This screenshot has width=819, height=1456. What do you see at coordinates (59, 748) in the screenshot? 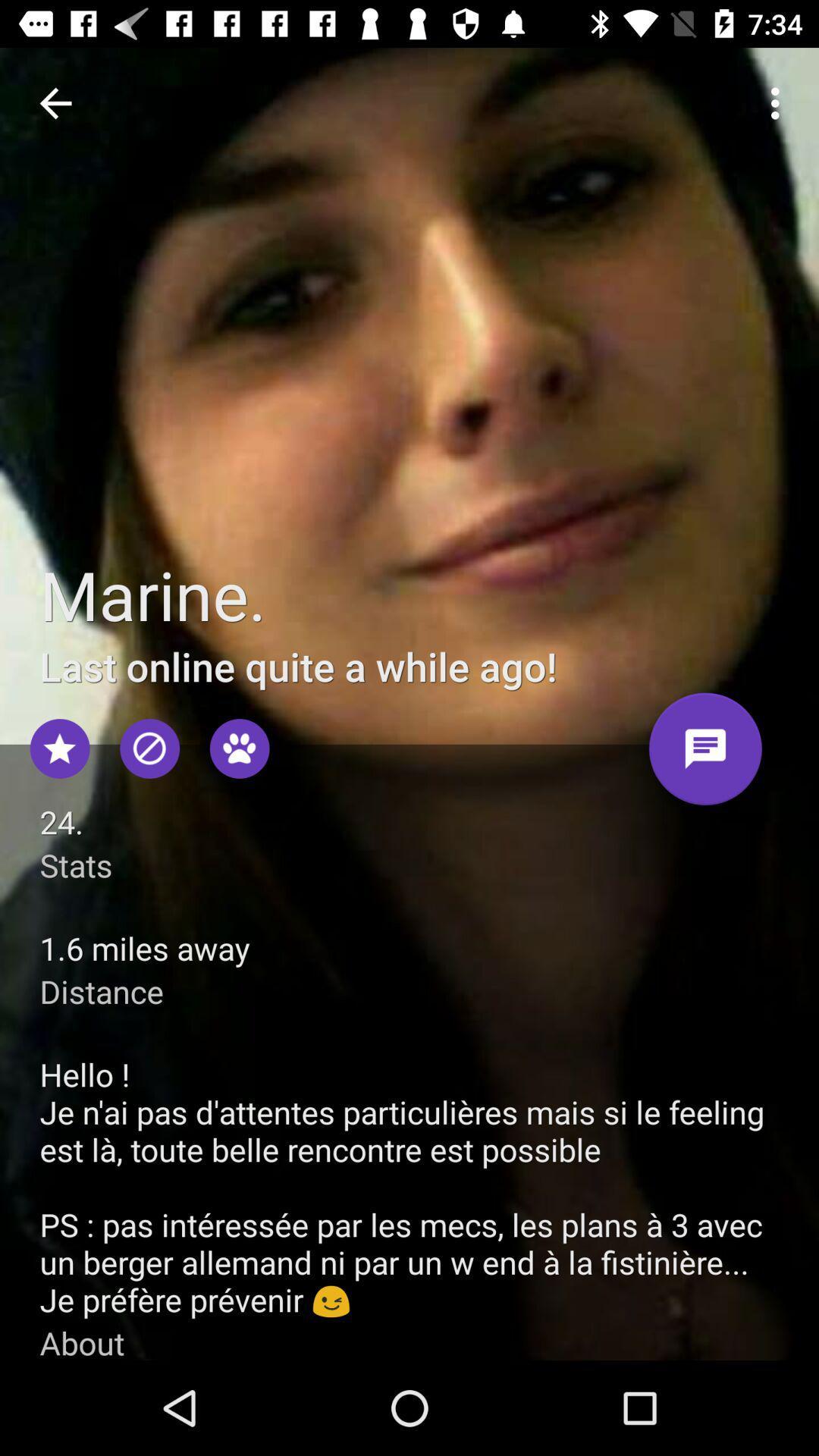
I see `the star icon` at bounding box center [59, 748].